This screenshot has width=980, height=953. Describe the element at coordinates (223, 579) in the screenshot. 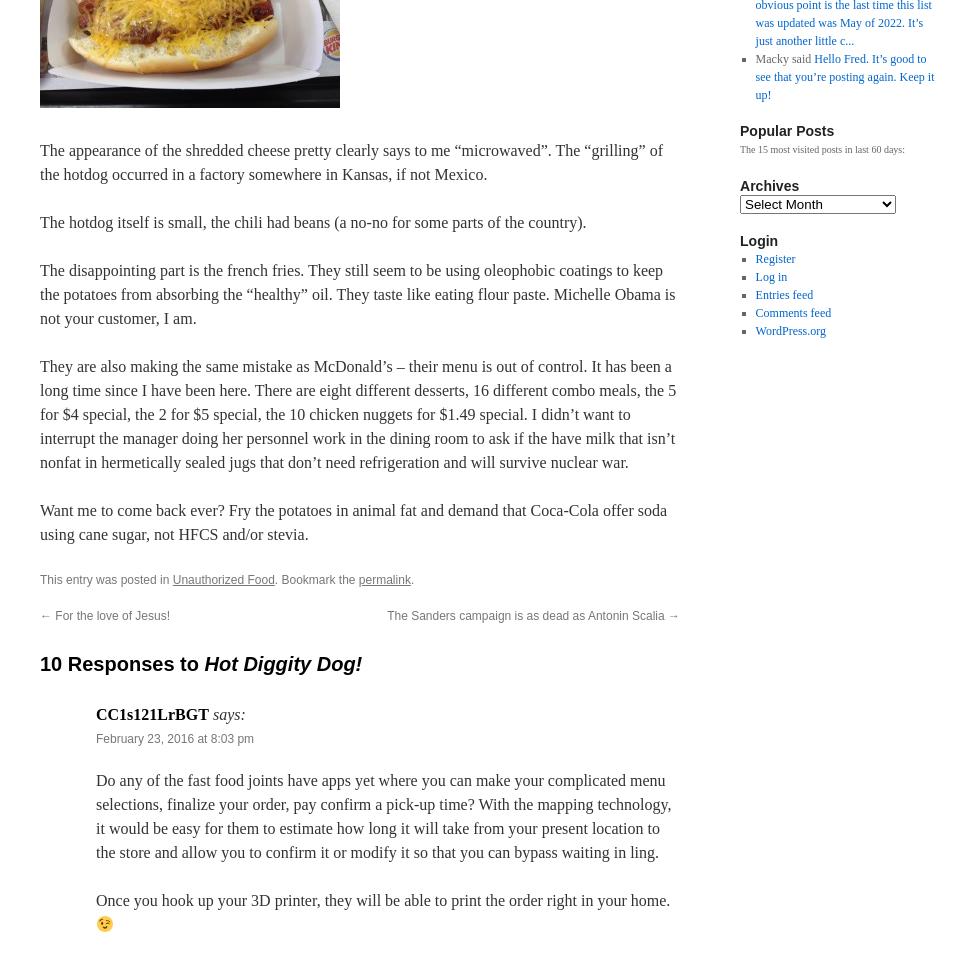

I see `'Unauthorized Food'` at that location.